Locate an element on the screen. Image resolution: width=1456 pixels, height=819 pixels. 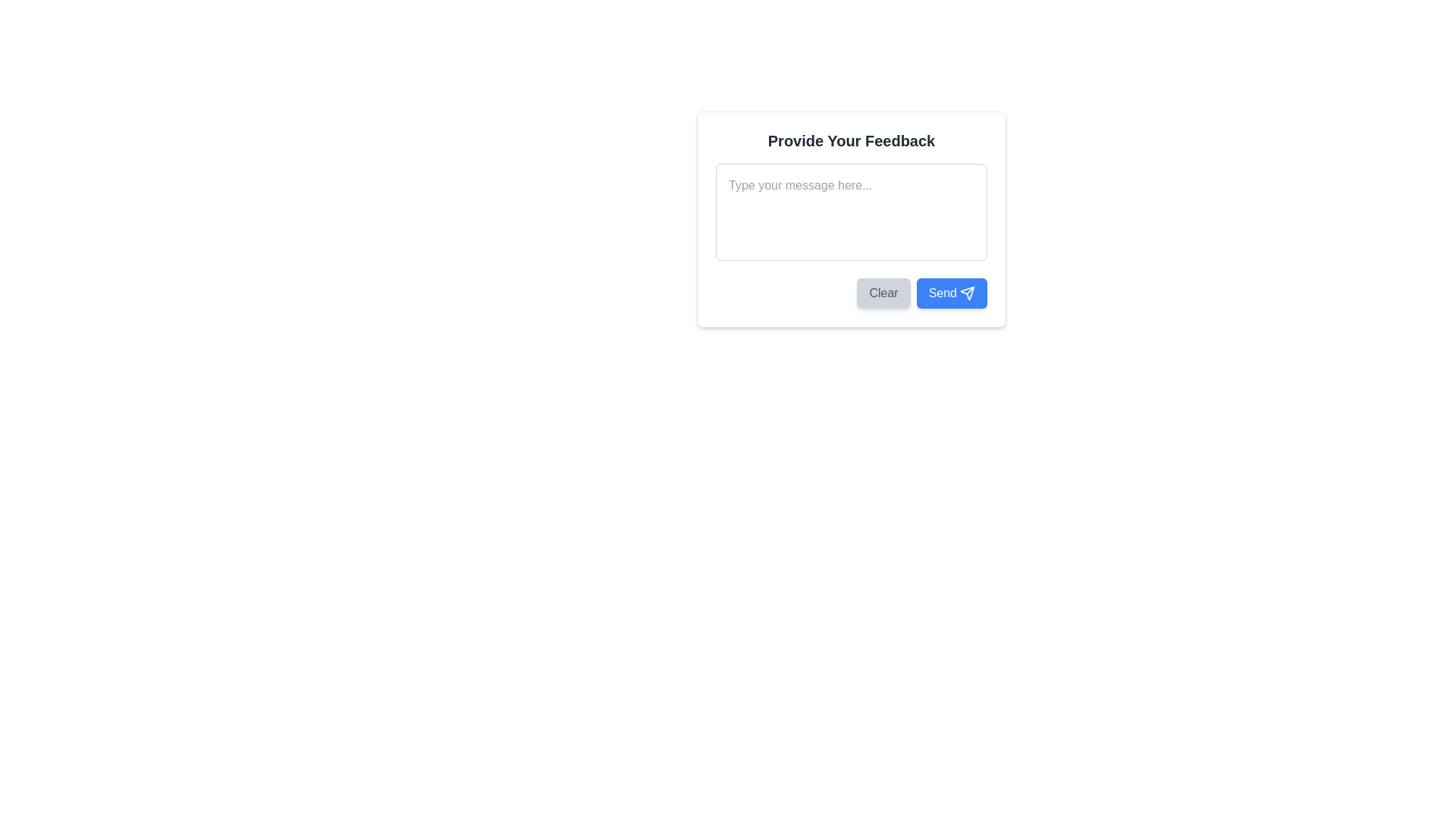
the blue rectangular 'Send' button with rounded corners, labeled in white text is located at coordinates (951, 293).